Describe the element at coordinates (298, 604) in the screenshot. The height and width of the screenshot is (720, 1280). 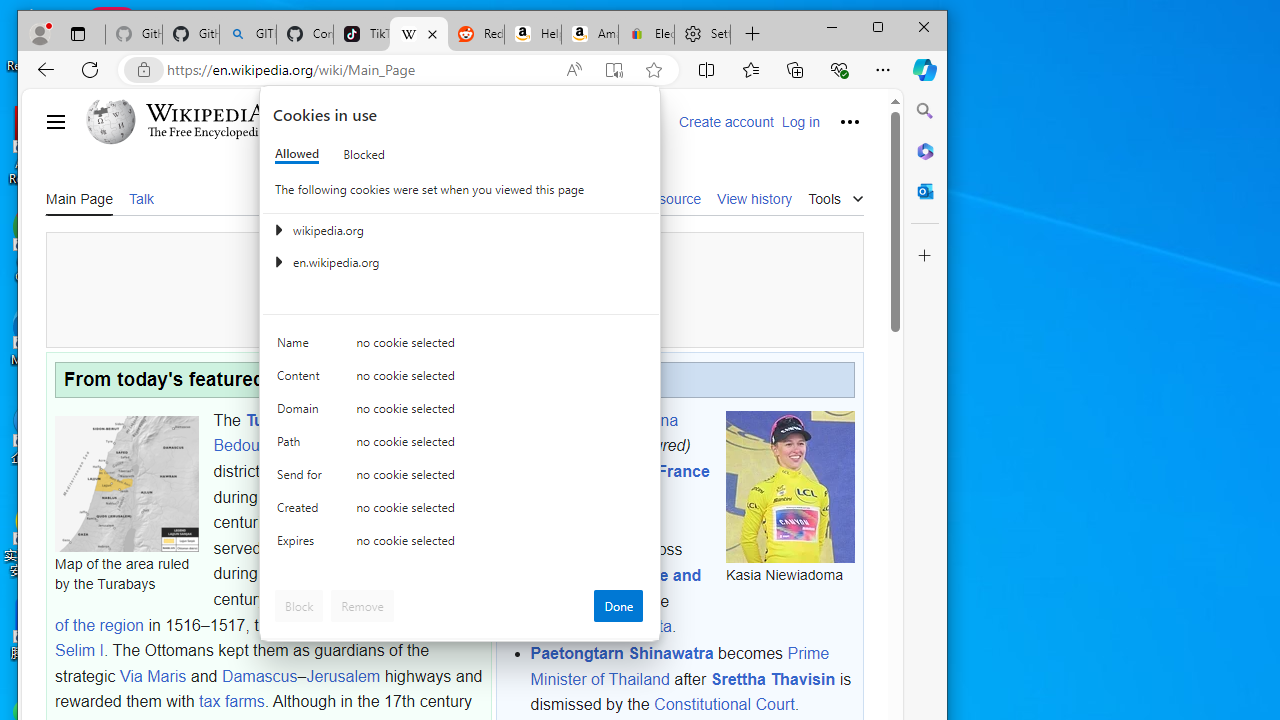
I see `'Block'` at that location.